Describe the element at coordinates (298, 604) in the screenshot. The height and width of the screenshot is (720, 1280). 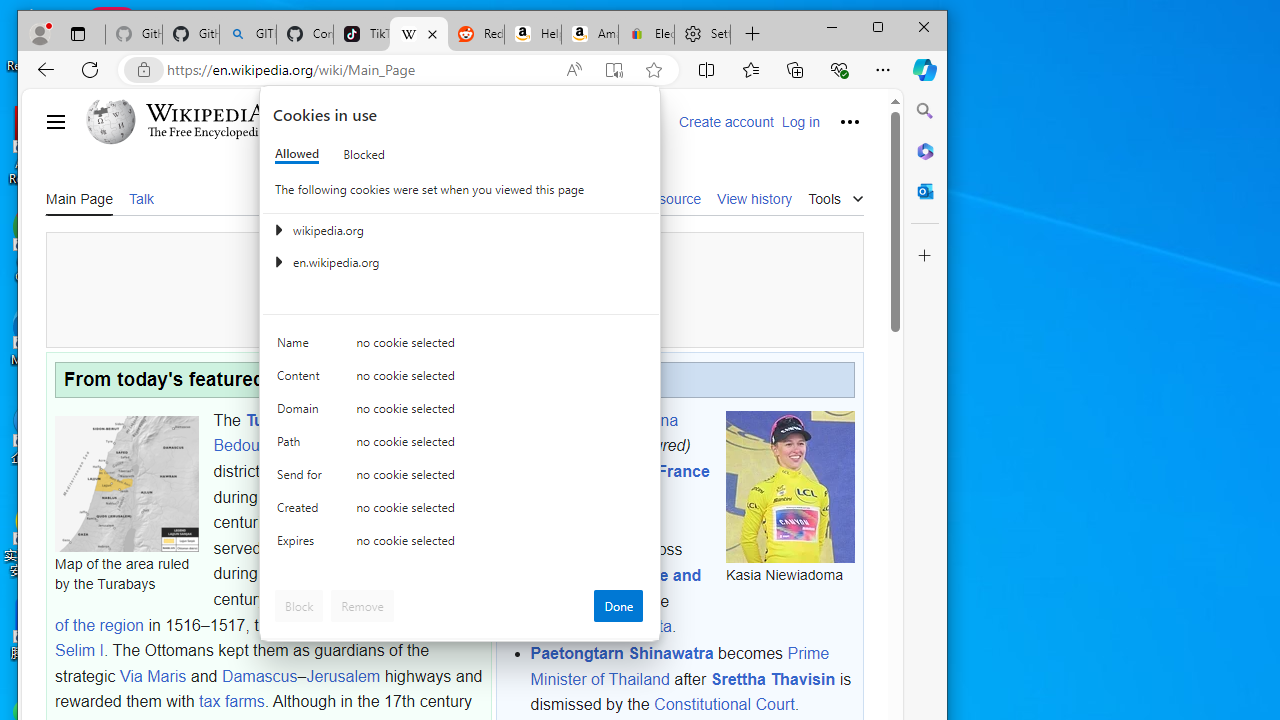
I see `'Block'` at that location.